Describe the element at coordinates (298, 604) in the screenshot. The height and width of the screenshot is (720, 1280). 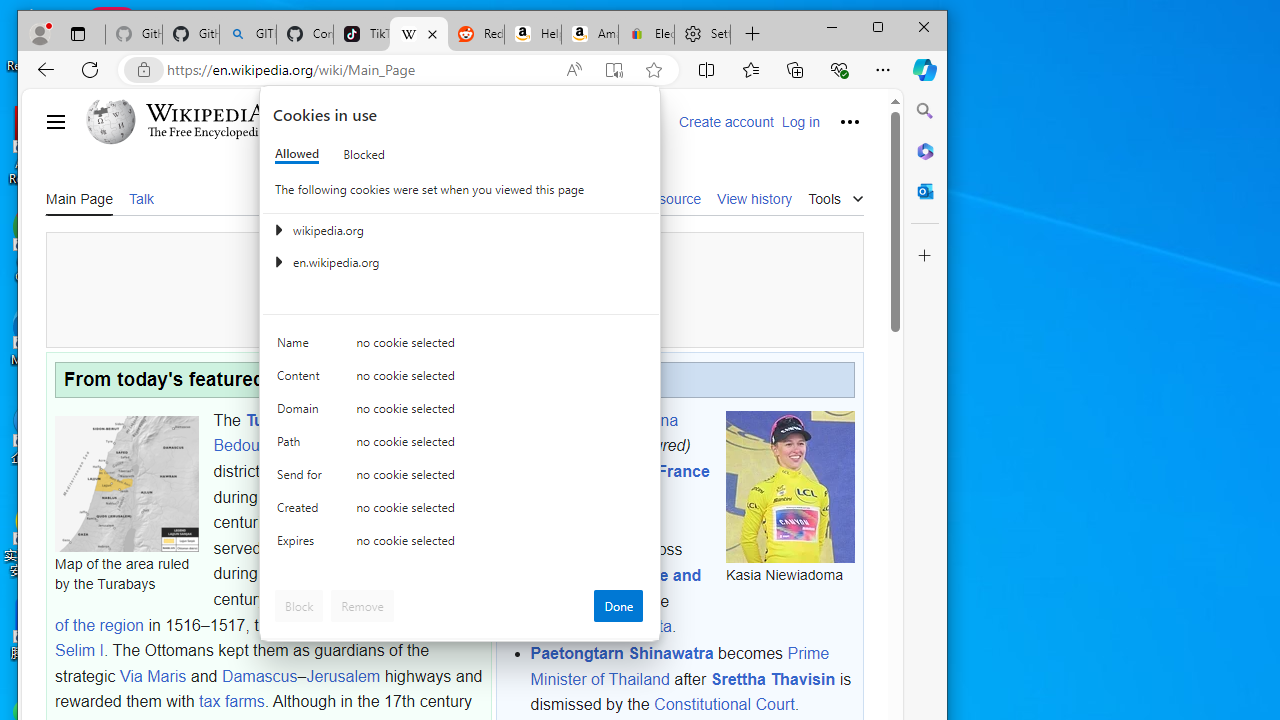
I see `'Block'` at that location.